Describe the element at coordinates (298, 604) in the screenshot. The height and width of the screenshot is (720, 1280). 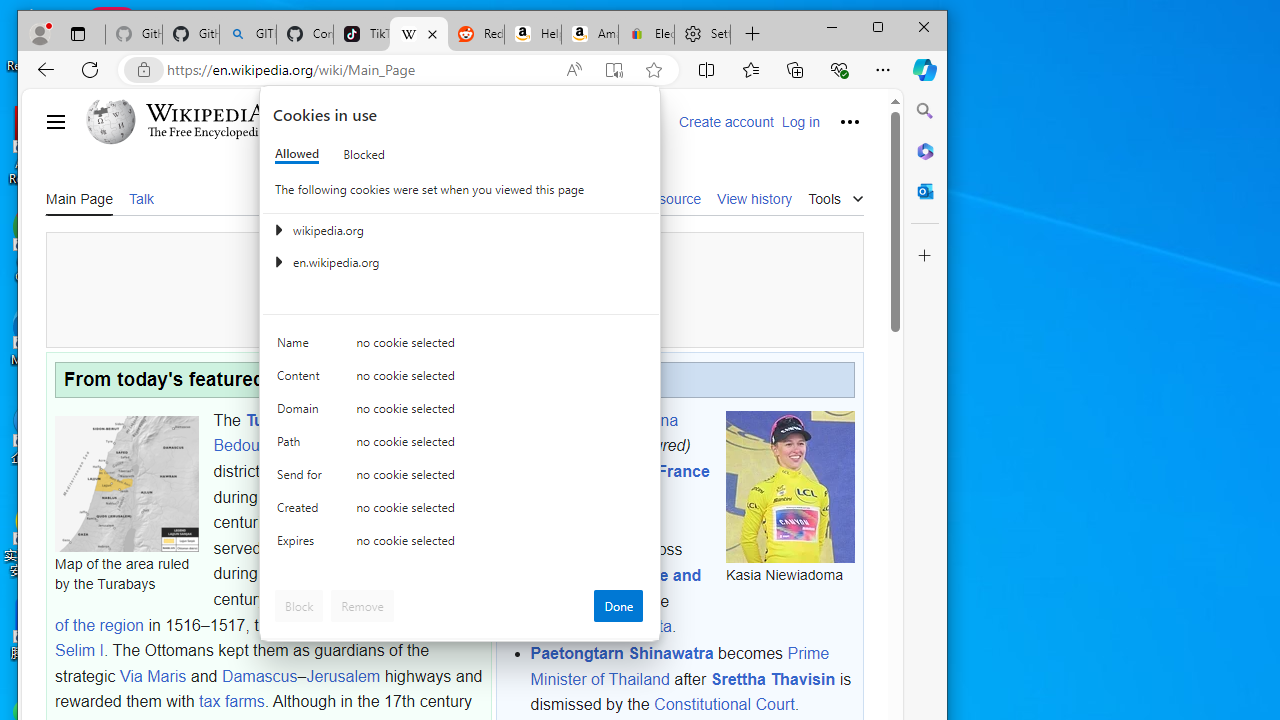
I see `'Block'` at that location.